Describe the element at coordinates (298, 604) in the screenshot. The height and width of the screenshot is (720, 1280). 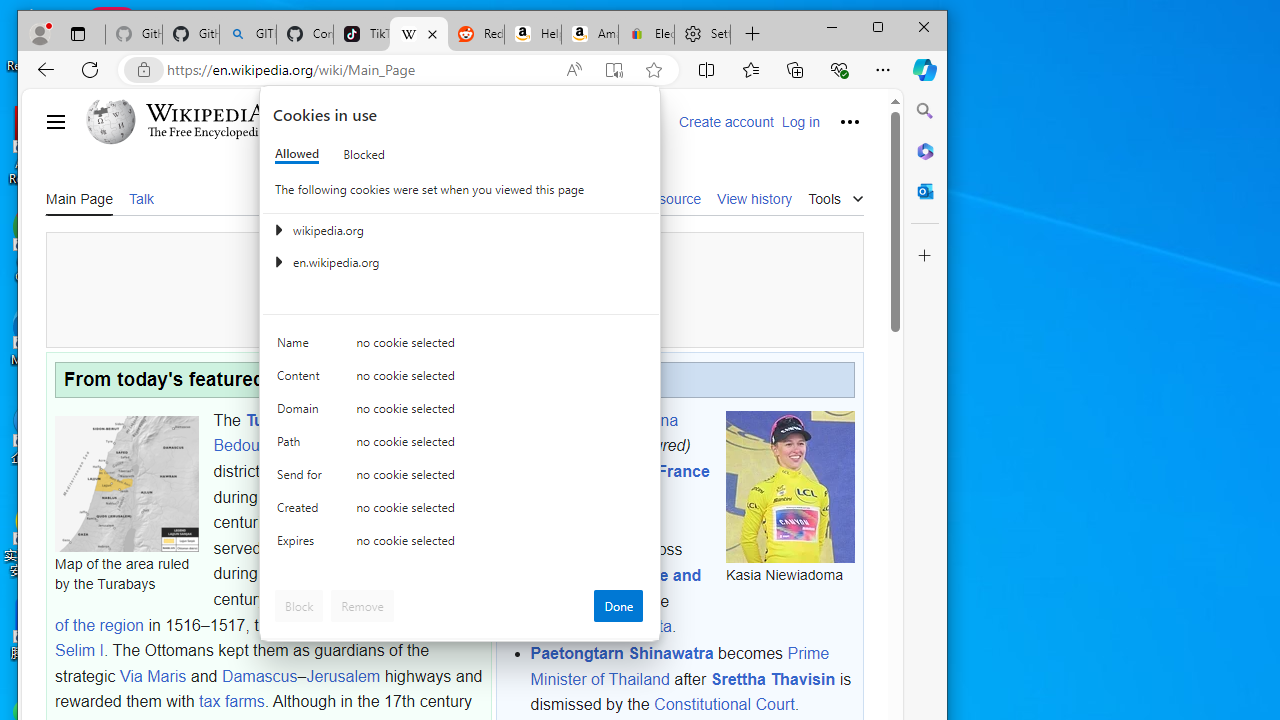
I see `'Block'` at that location.